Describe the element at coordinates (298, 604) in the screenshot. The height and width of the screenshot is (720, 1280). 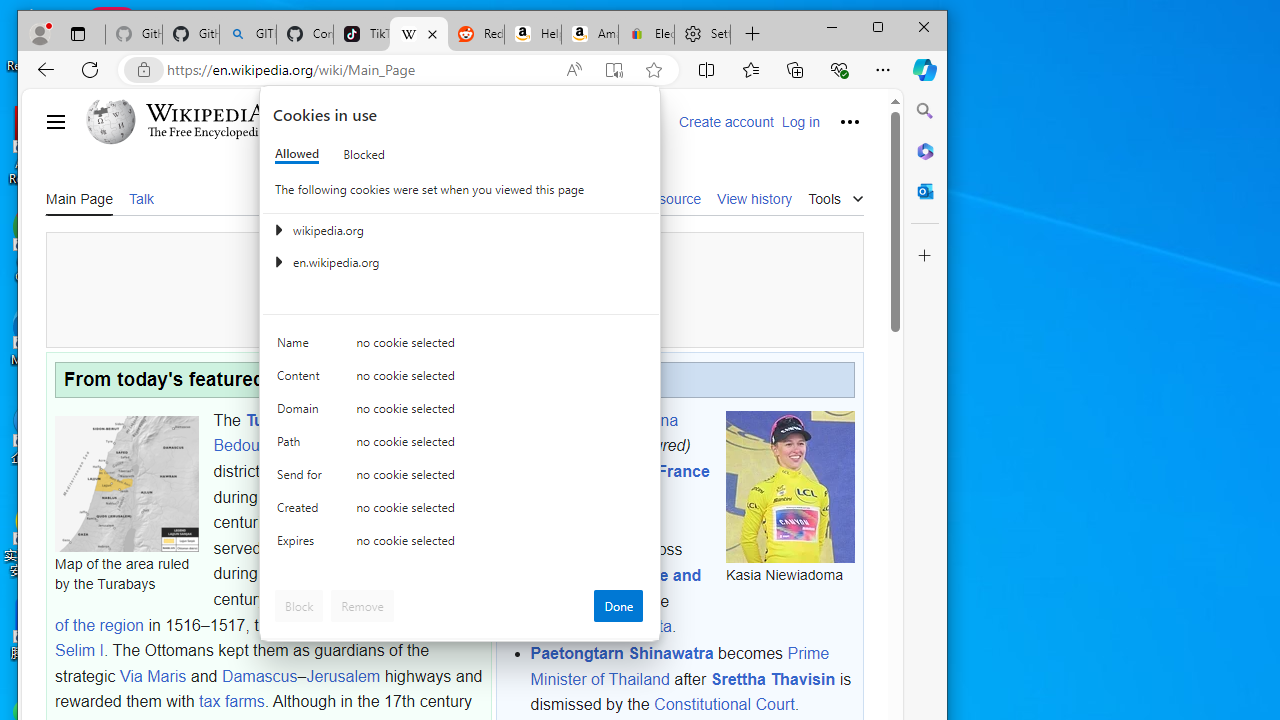
I see `'Block'` at that location.